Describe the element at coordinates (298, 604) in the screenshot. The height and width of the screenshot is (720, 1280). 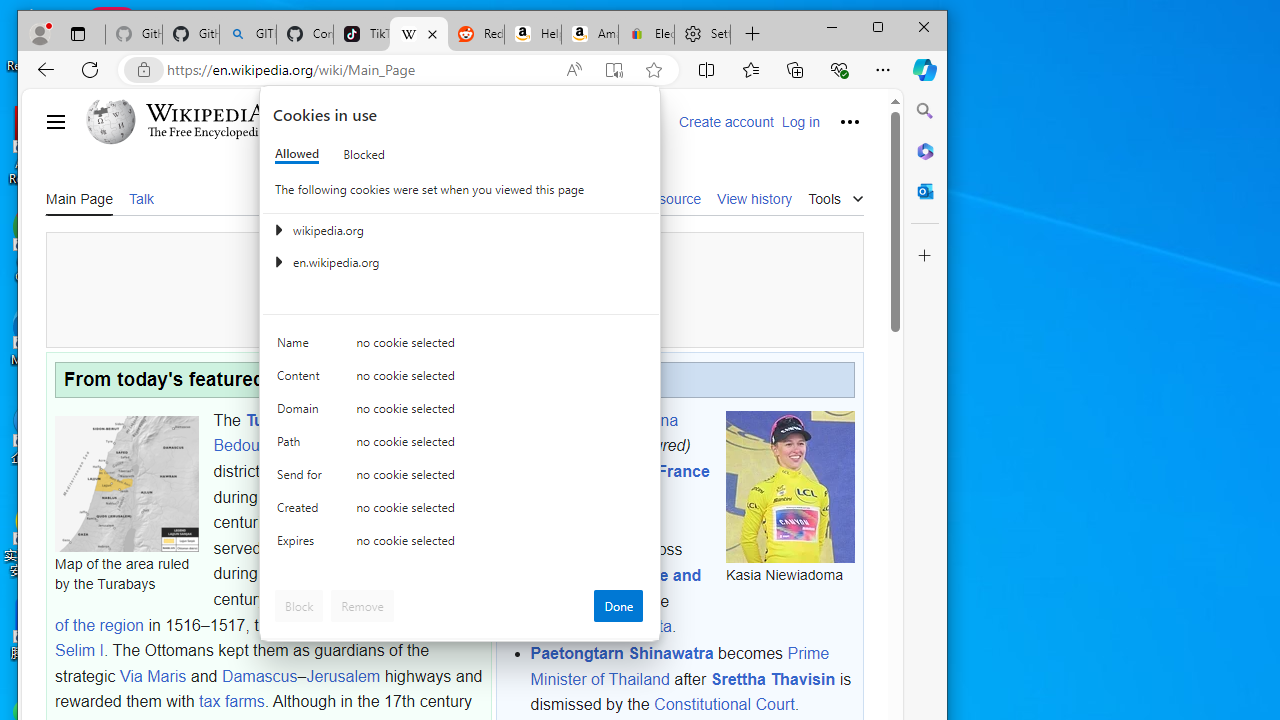
I see `'Block'` at that location.